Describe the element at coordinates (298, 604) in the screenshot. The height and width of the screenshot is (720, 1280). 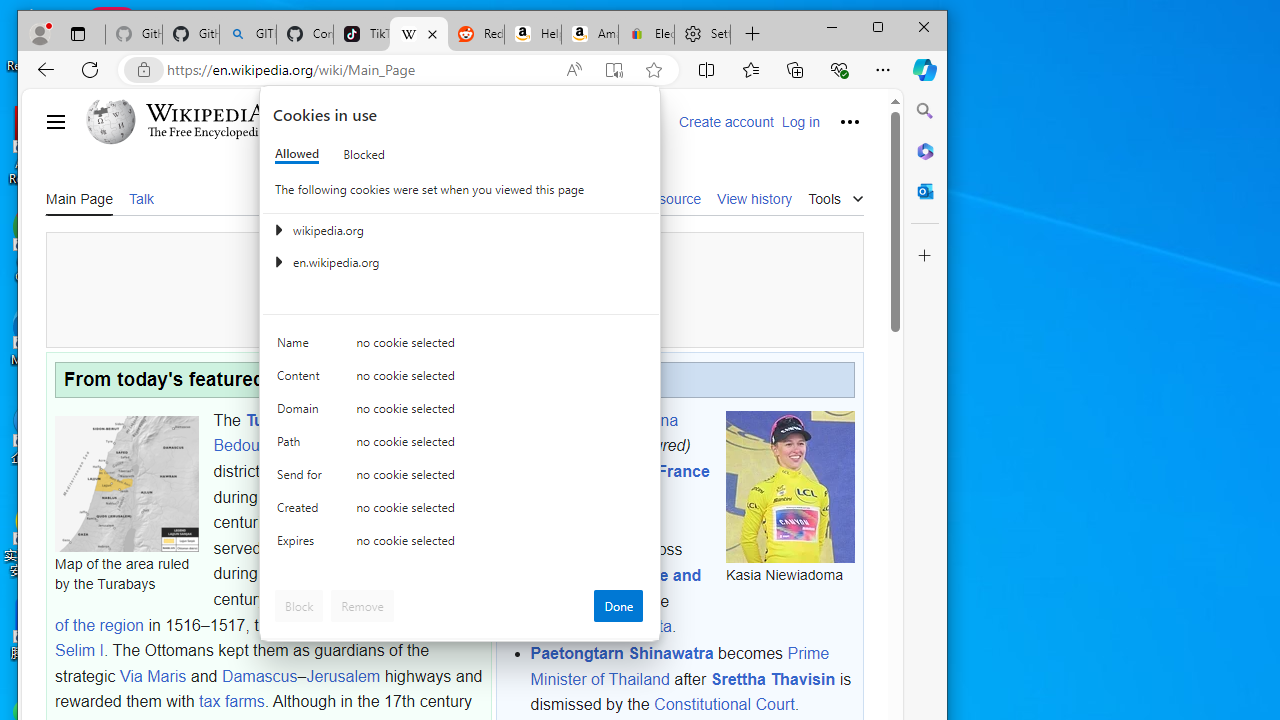
I see `'Block'` at that location.